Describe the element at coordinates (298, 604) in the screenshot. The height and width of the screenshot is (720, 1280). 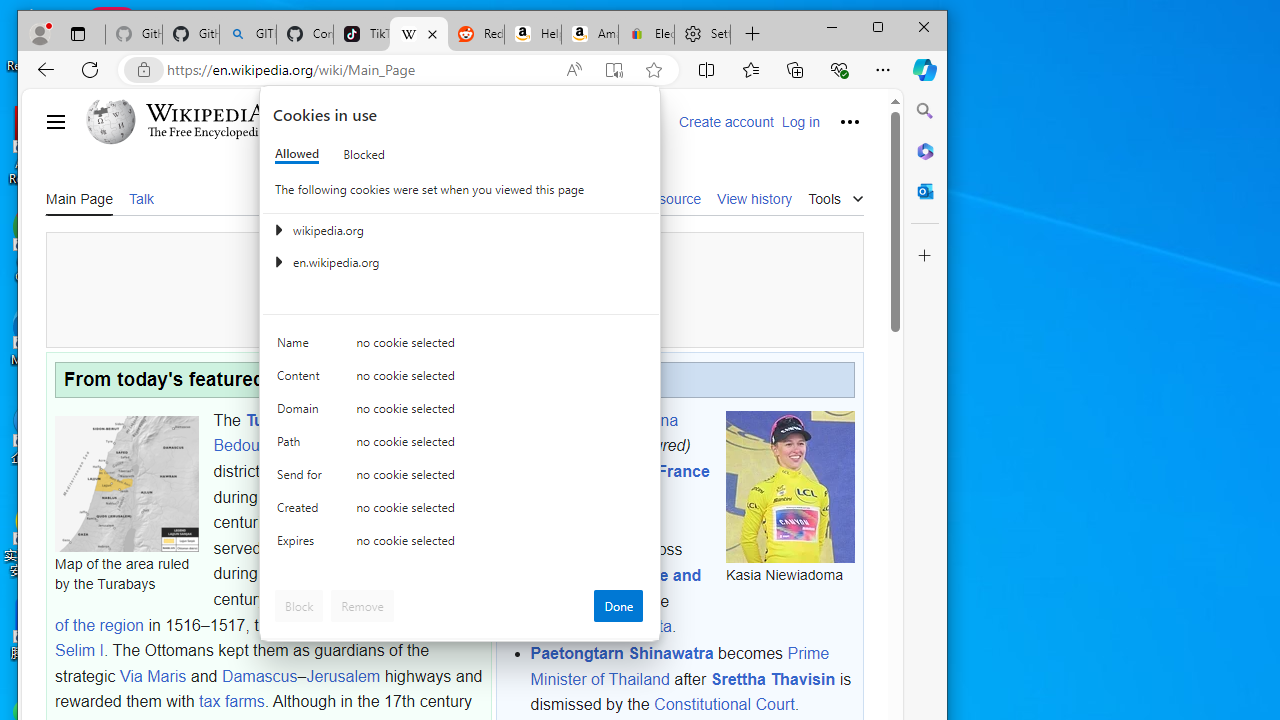
I see `'Block'` at that location.